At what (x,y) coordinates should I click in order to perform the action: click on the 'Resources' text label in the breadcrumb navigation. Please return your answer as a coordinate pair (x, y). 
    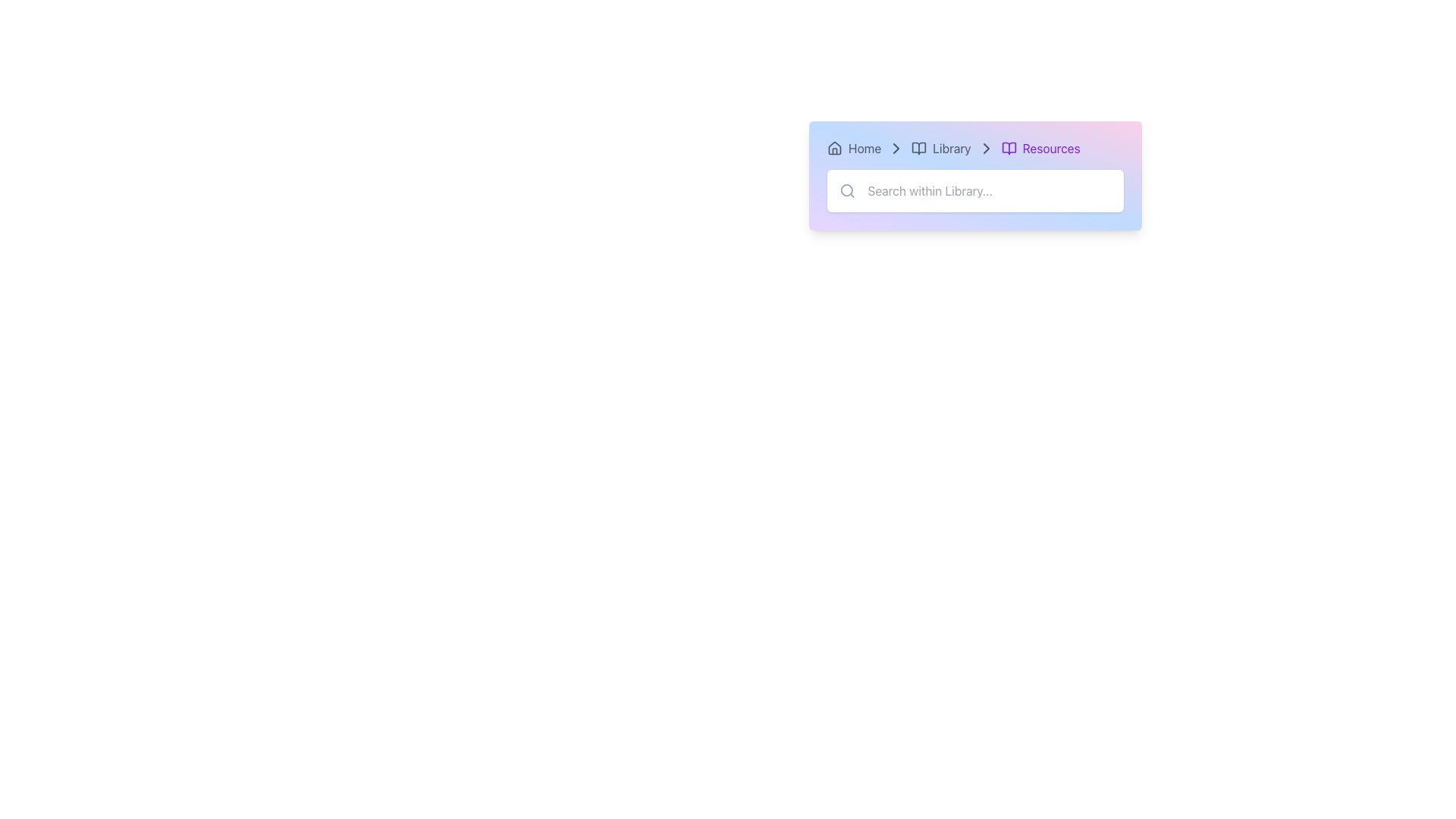
    Looking at the image, I should click on (1040, 149).